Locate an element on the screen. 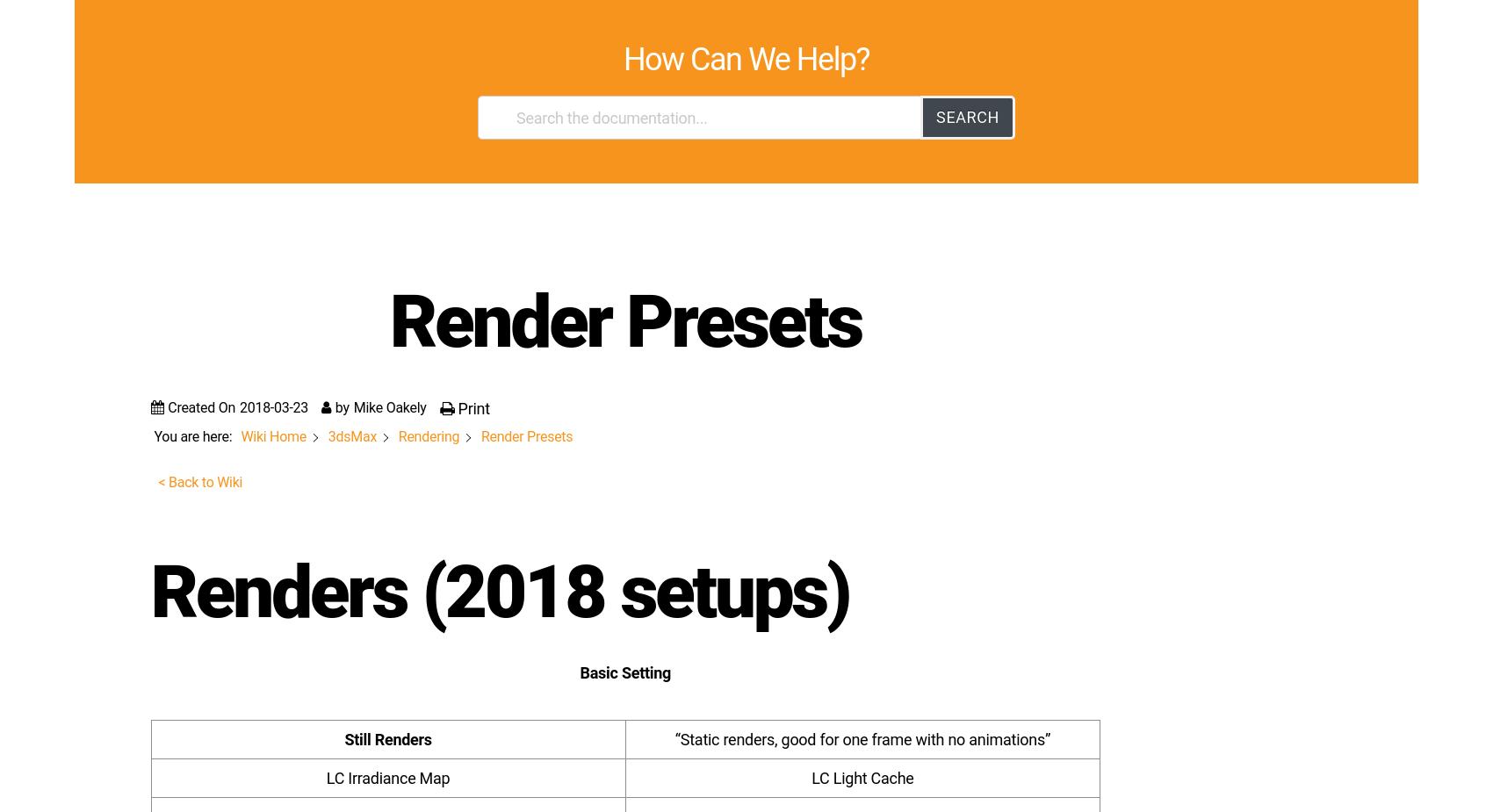 Image resolution: width=1493 pixels, height=812 pixels. 'Image Sampler : 0.002' is located at coordinates (243, 262).